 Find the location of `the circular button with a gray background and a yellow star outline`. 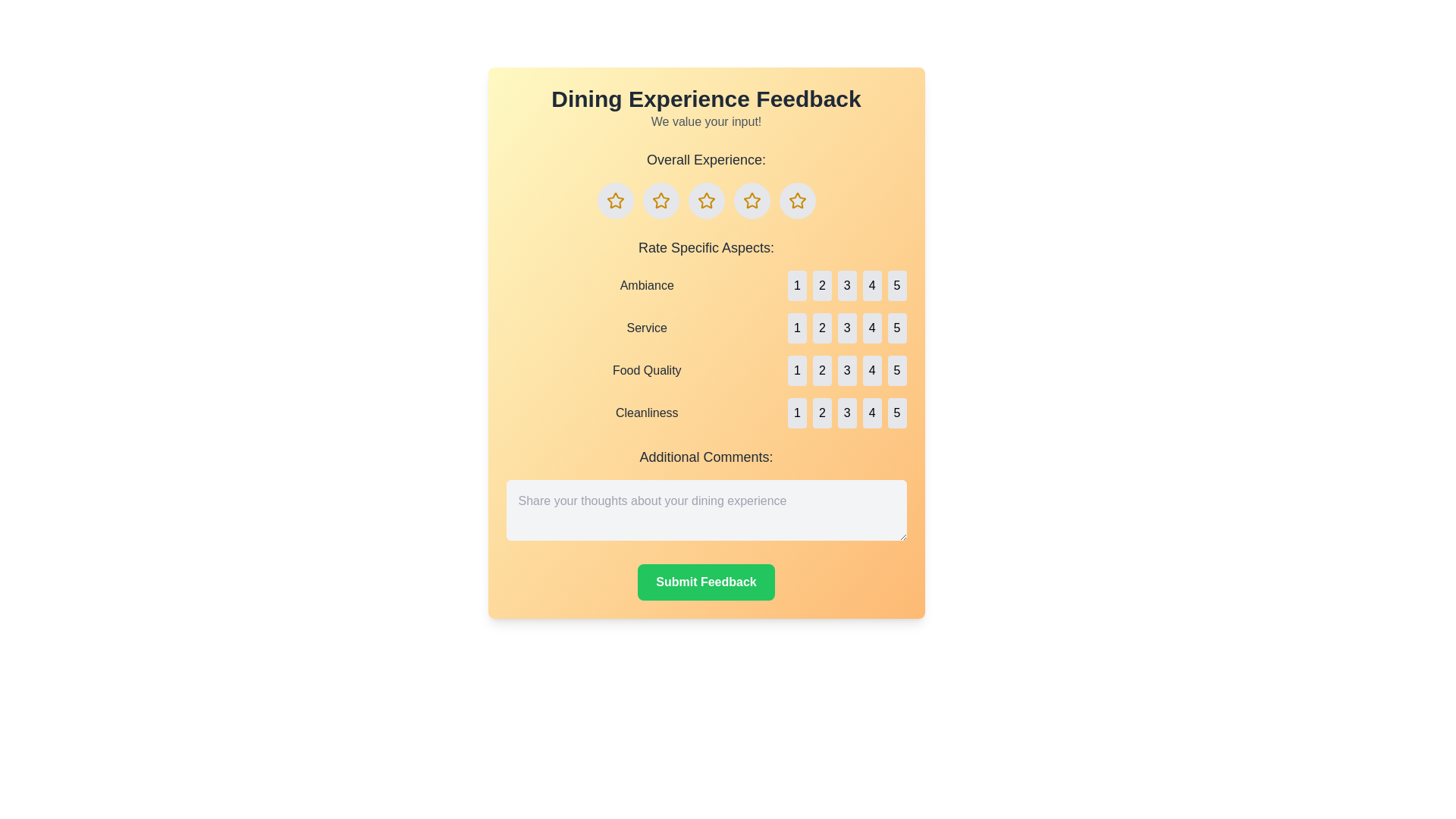

the circular button with a gray background and a yellow star outline is located at coordinates (615, 200).